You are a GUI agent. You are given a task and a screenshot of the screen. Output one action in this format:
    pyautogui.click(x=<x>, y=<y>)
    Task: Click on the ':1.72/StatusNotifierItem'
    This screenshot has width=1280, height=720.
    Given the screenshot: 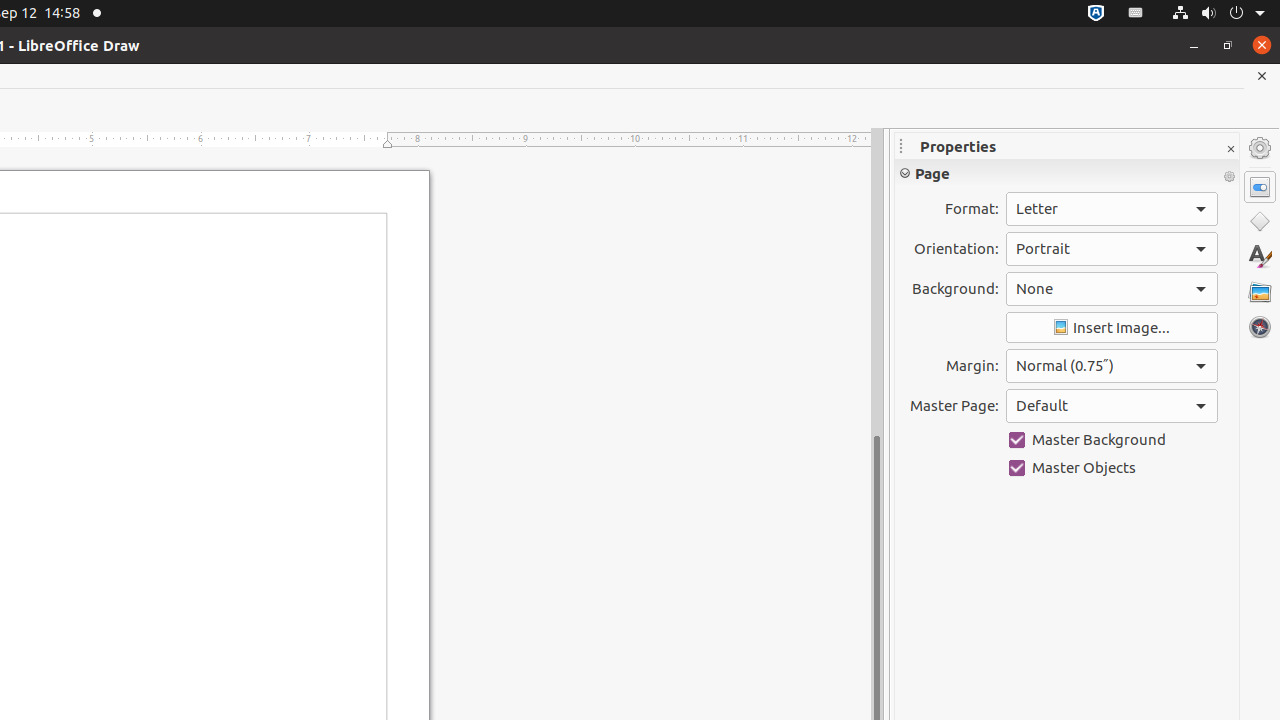 What is the action you would take?
    pyautogui.click(x=1094, y=13)
    